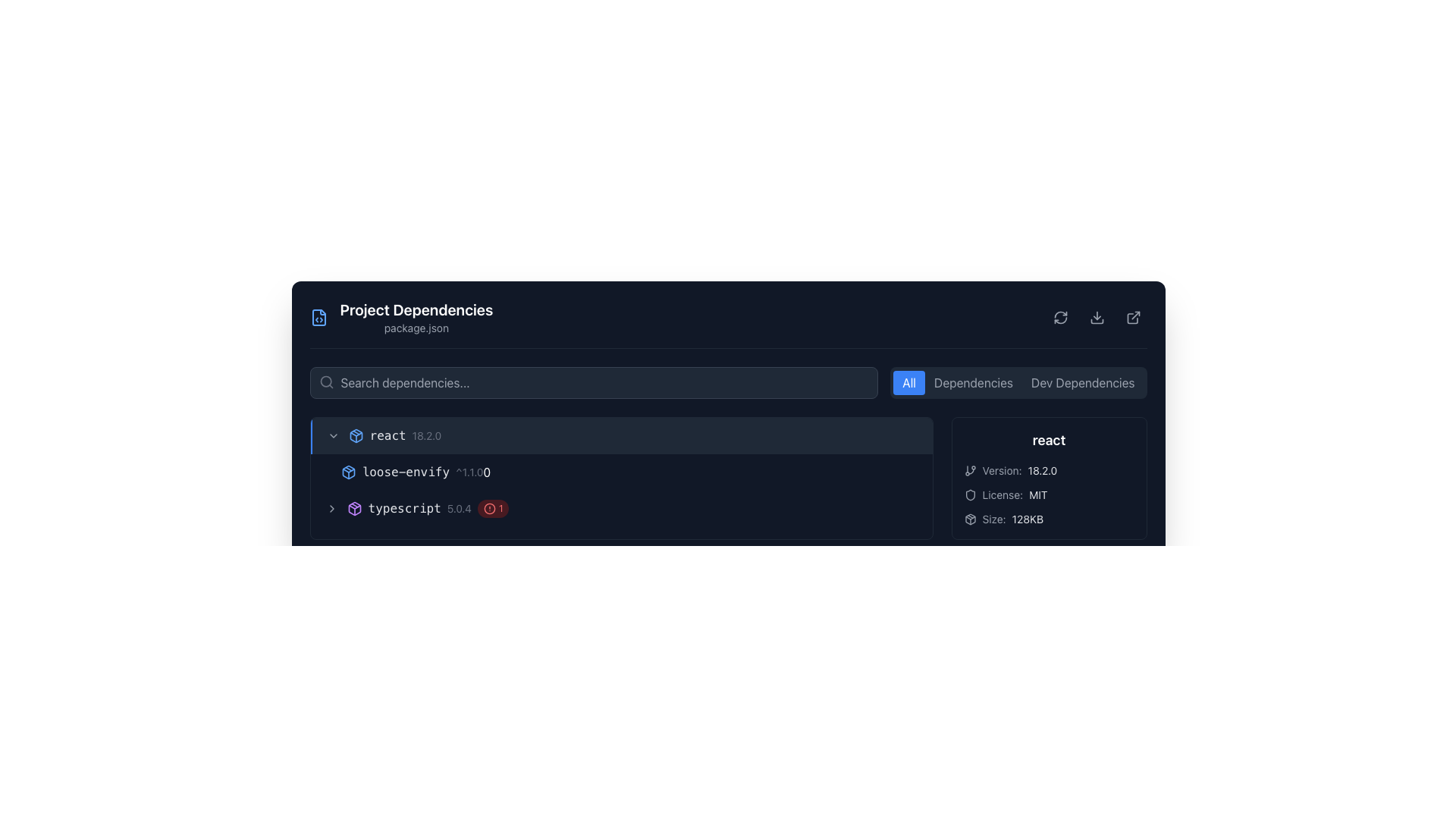 The height and width of the screenshot is (819, 1456). I want to click on the search icon located to the left of the 'Search dependencies...' input field, which signifies the search function for looking up dependencies, so click(325, 381).